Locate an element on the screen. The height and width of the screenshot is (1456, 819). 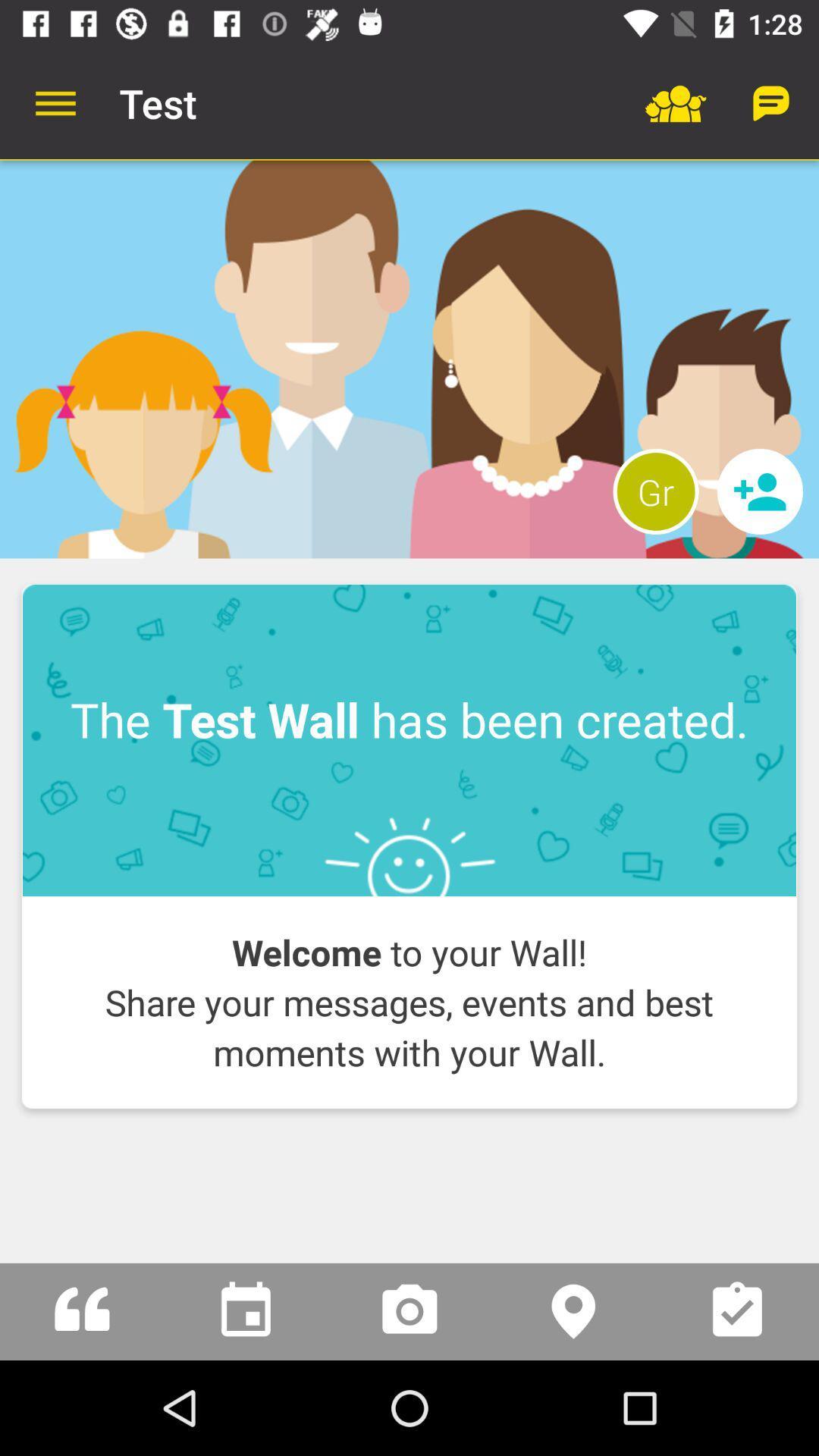
to-do lists is located at coordinates (736, 1310).